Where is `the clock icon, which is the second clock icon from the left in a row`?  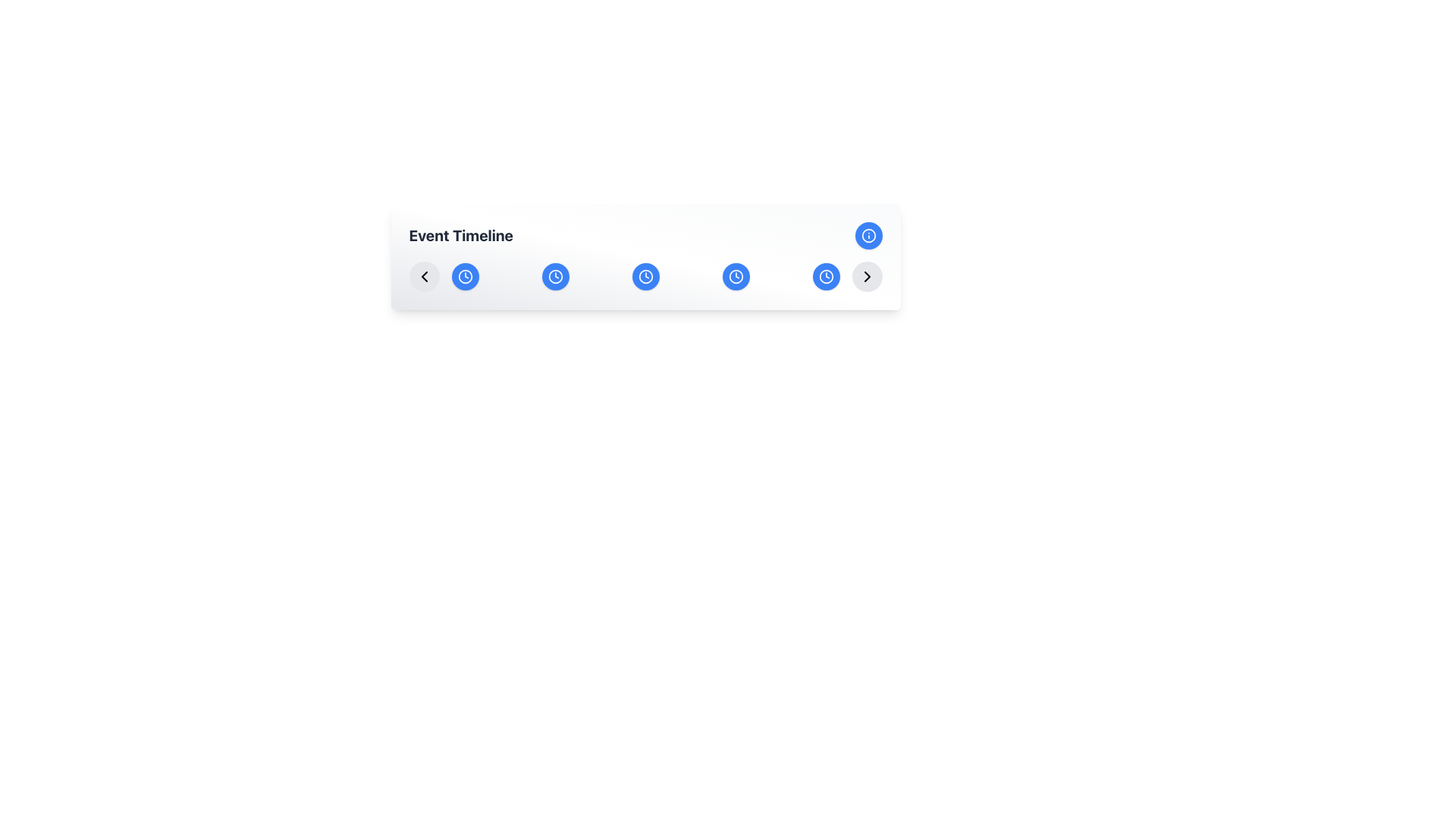 the clock icon, which is the second clock icon from the left in a row is located at coordinates (554, 277).